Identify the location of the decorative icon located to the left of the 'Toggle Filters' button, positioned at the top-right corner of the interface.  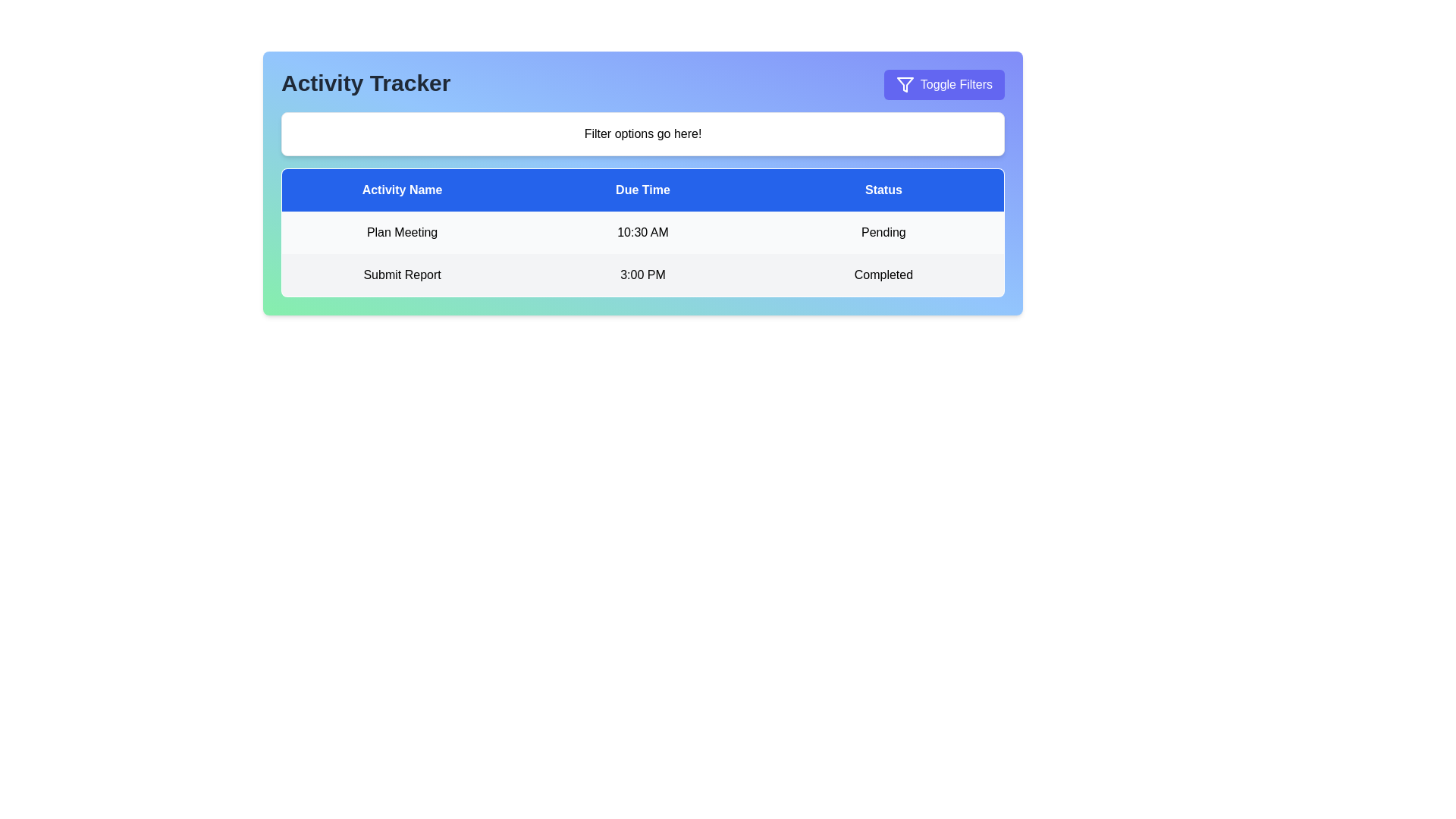
(905, 84).